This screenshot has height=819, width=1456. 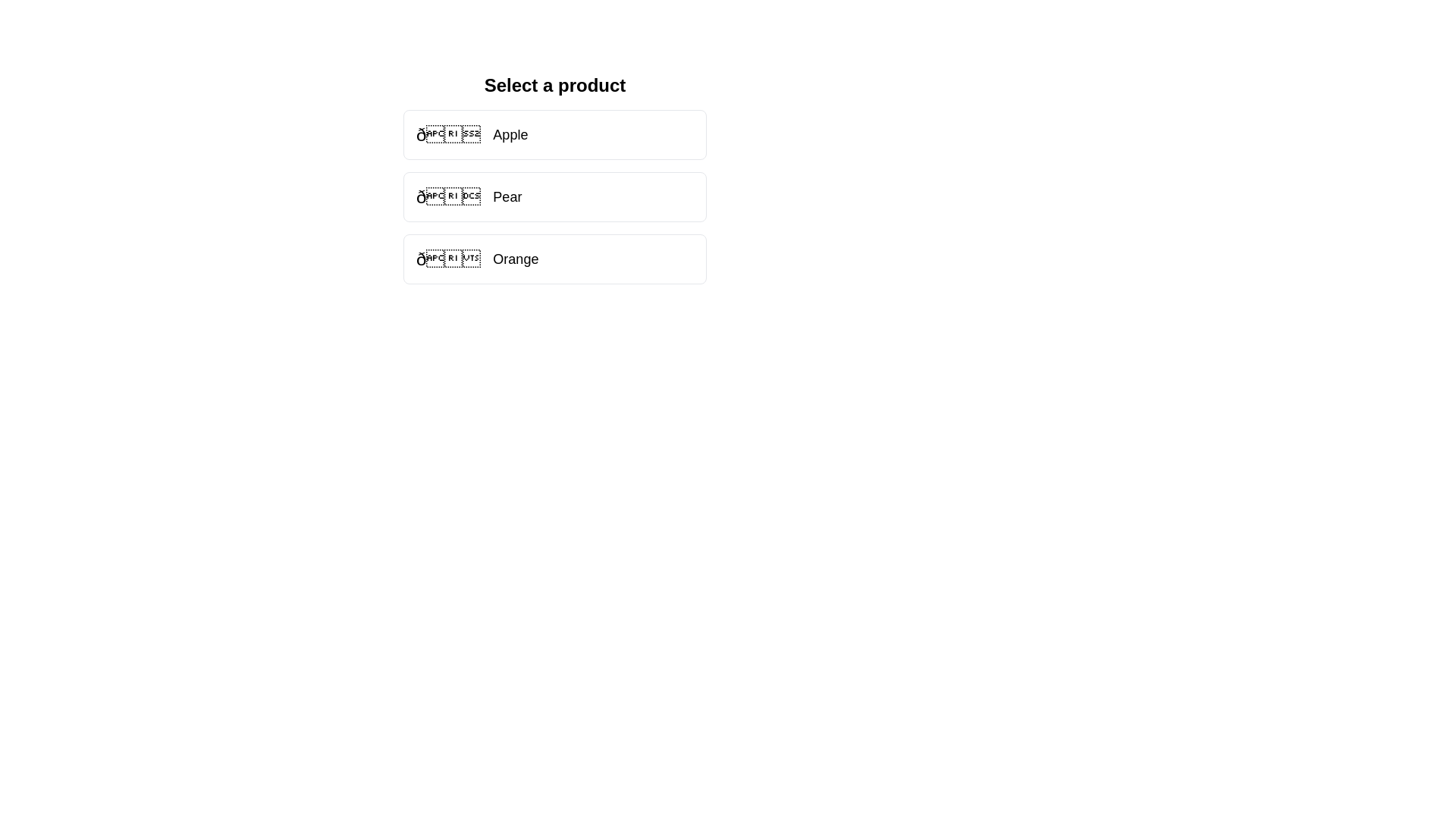 What do you see at coordinates (476, 259) in the screenshot?
I see `the third row in the list, which has a white background and the text label 'Orange'` at bounding box center [476, 259].